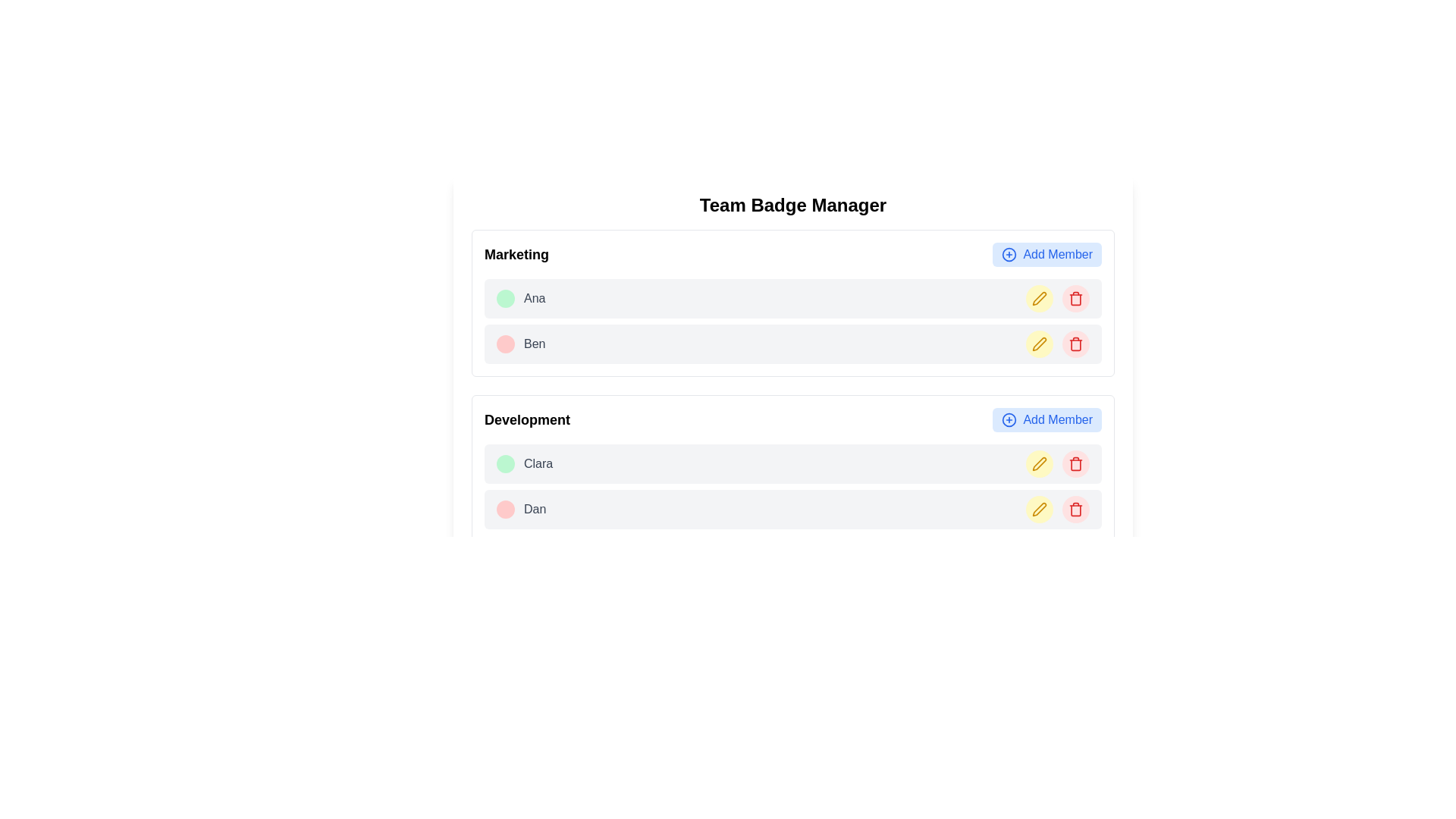  What do you see at coordinates (1039, 343) in the screenshot?
I see `the edit button (icon styled as a pen) located next to 'Ben' in the 'Marketing' section to initiate the edit action` at bounding box center [1039, 343].